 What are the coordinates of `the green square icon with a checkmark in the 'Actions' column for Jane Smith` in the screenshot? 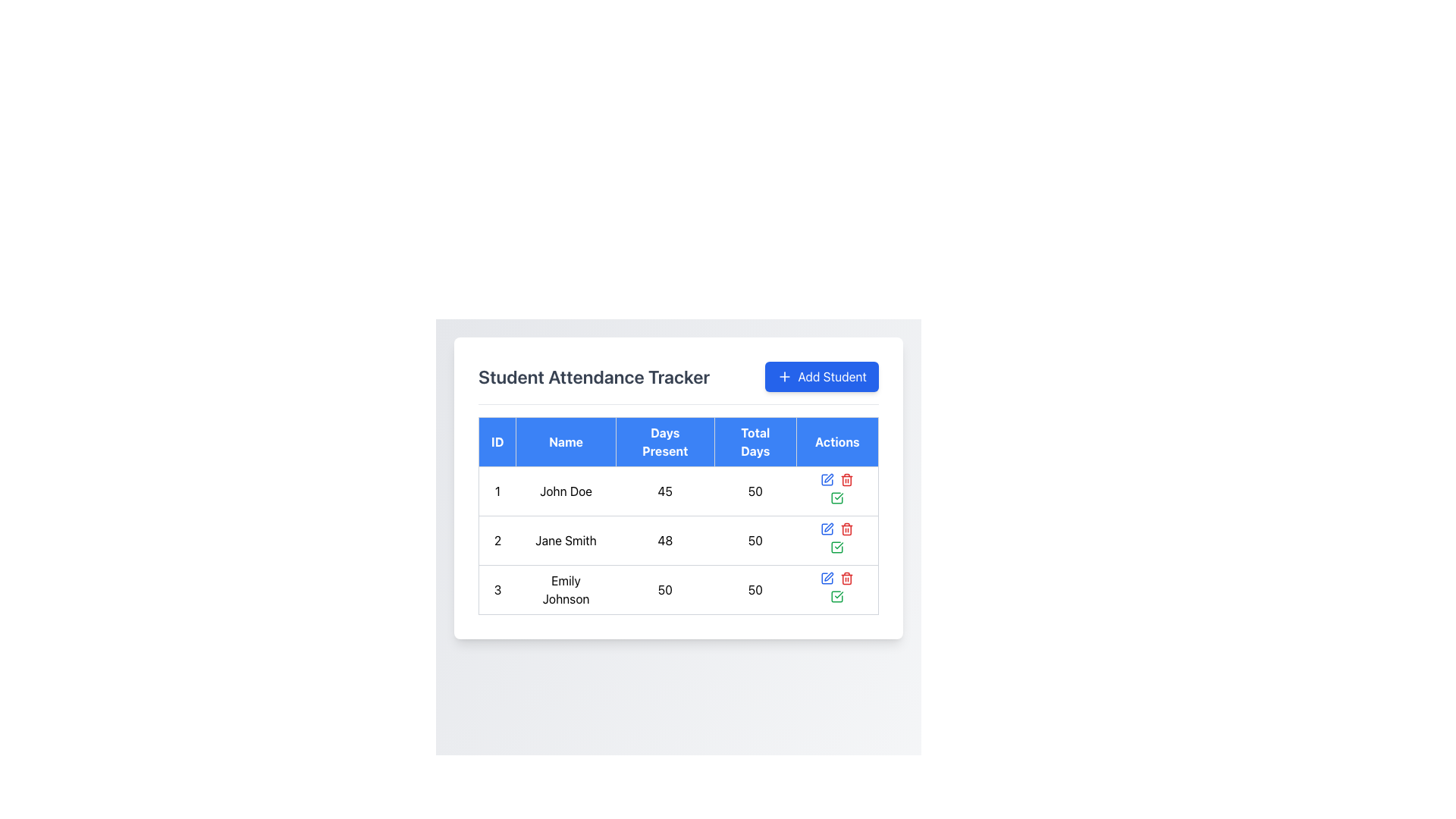 It's located at (836, 547).